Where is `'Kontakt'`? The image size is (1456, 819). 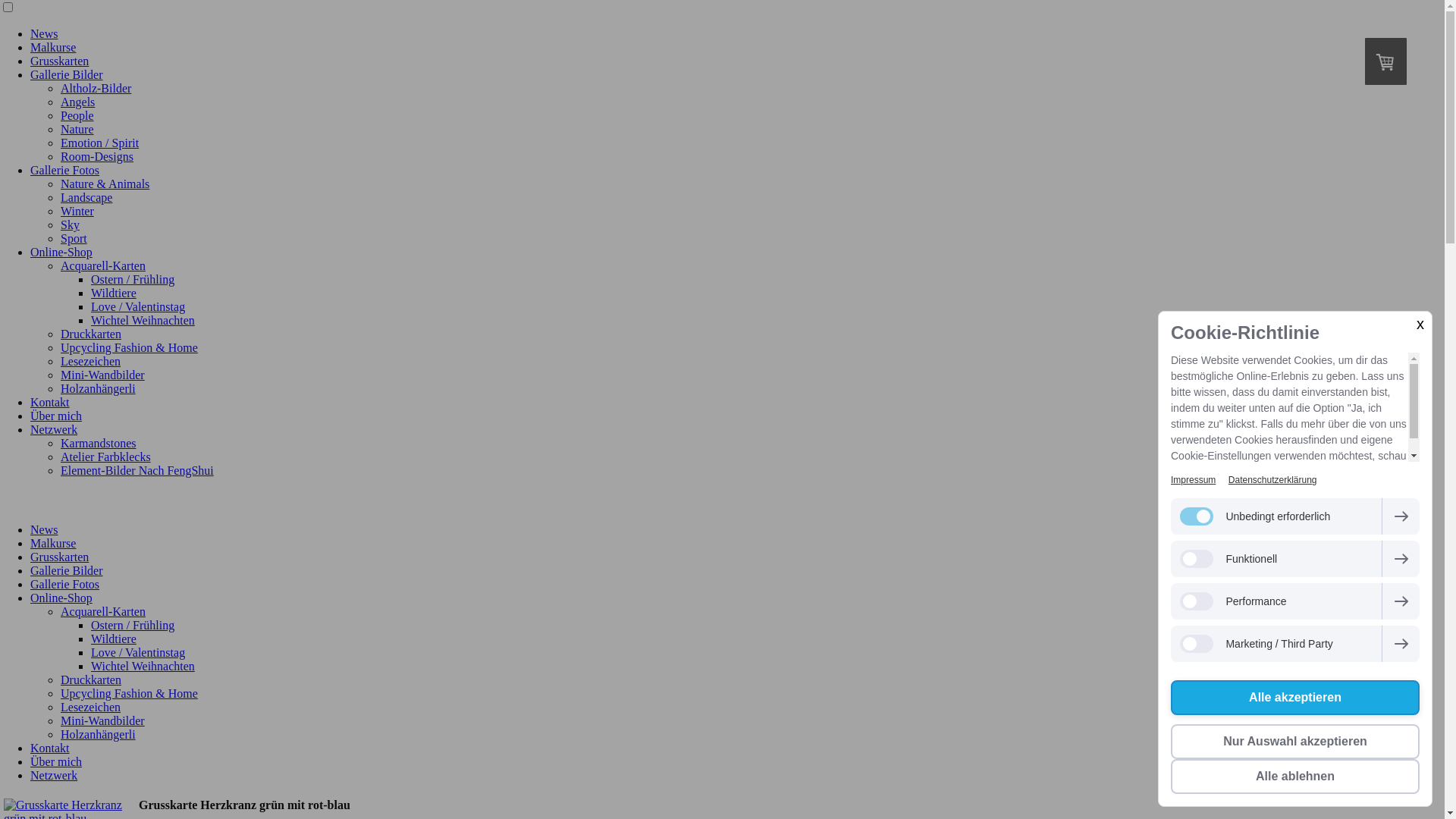 'Kontakt' is located at coordinates (50, 747).